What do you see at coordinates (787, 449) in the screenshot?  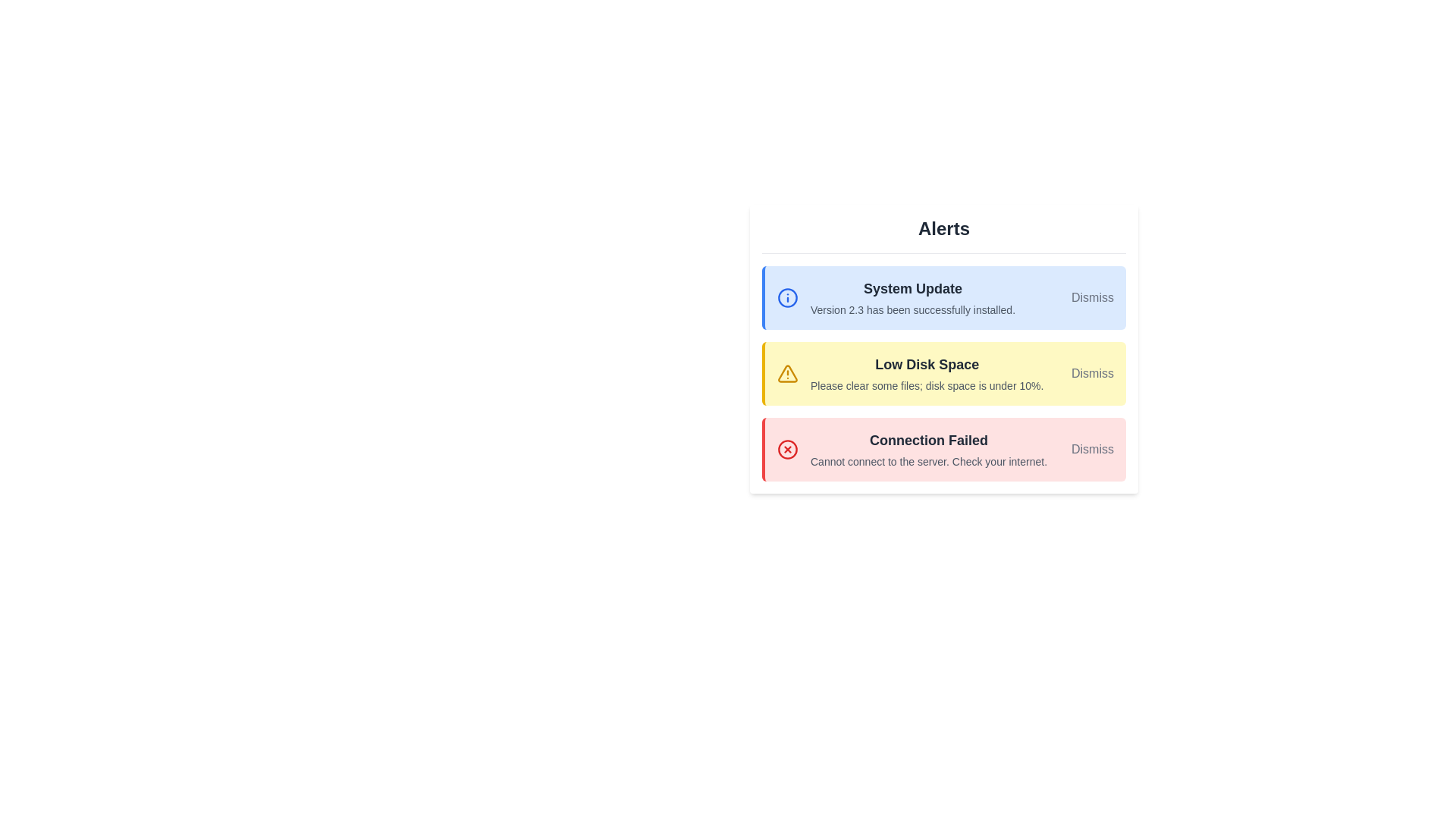 I see `the visual error indicator icon located to the left of the 'Connection Failed' alert message` at bounding box center [787, 449].